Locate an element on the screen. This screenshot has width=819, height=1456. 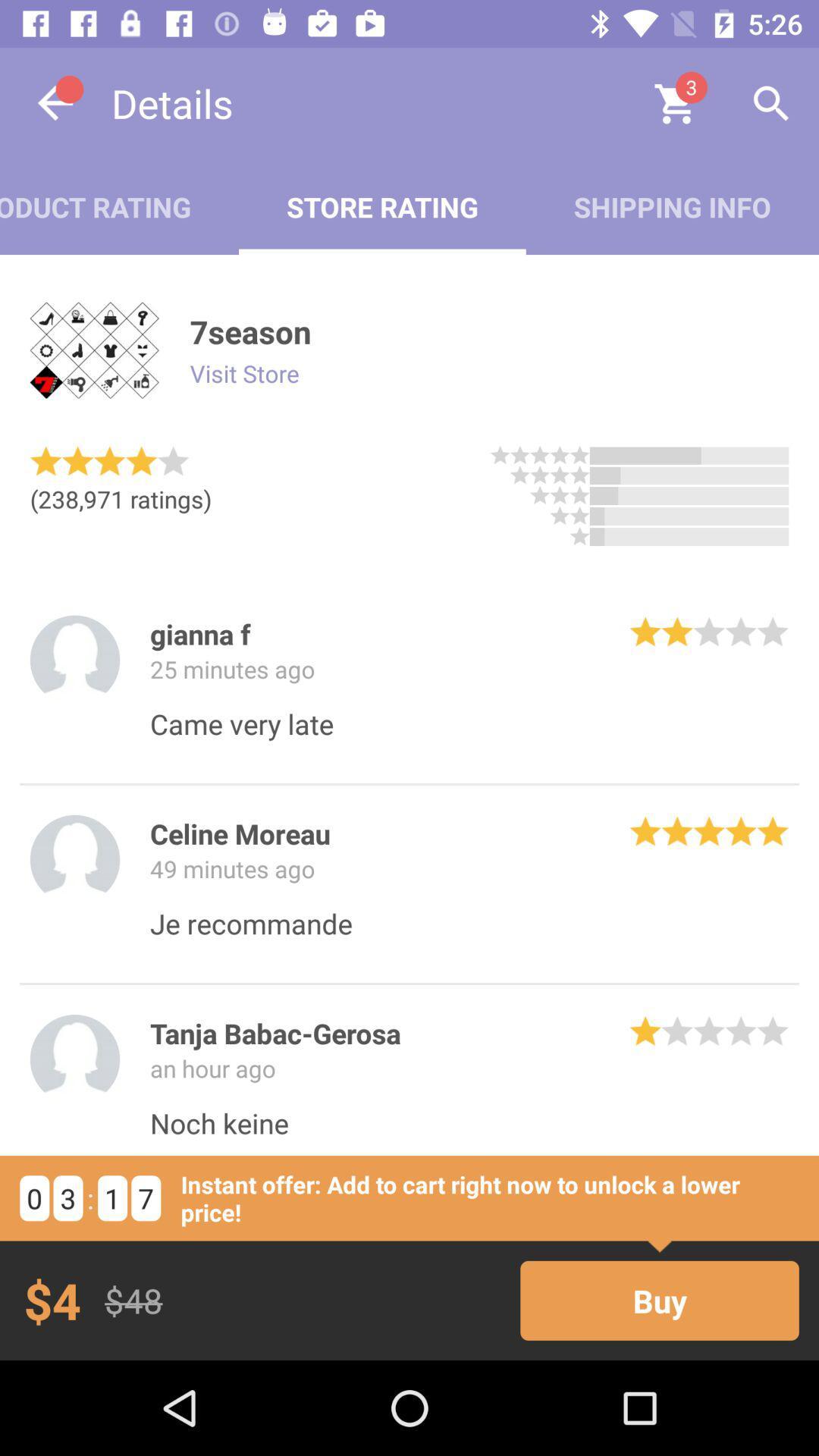
buy item is located at coordinates (659, 1300).